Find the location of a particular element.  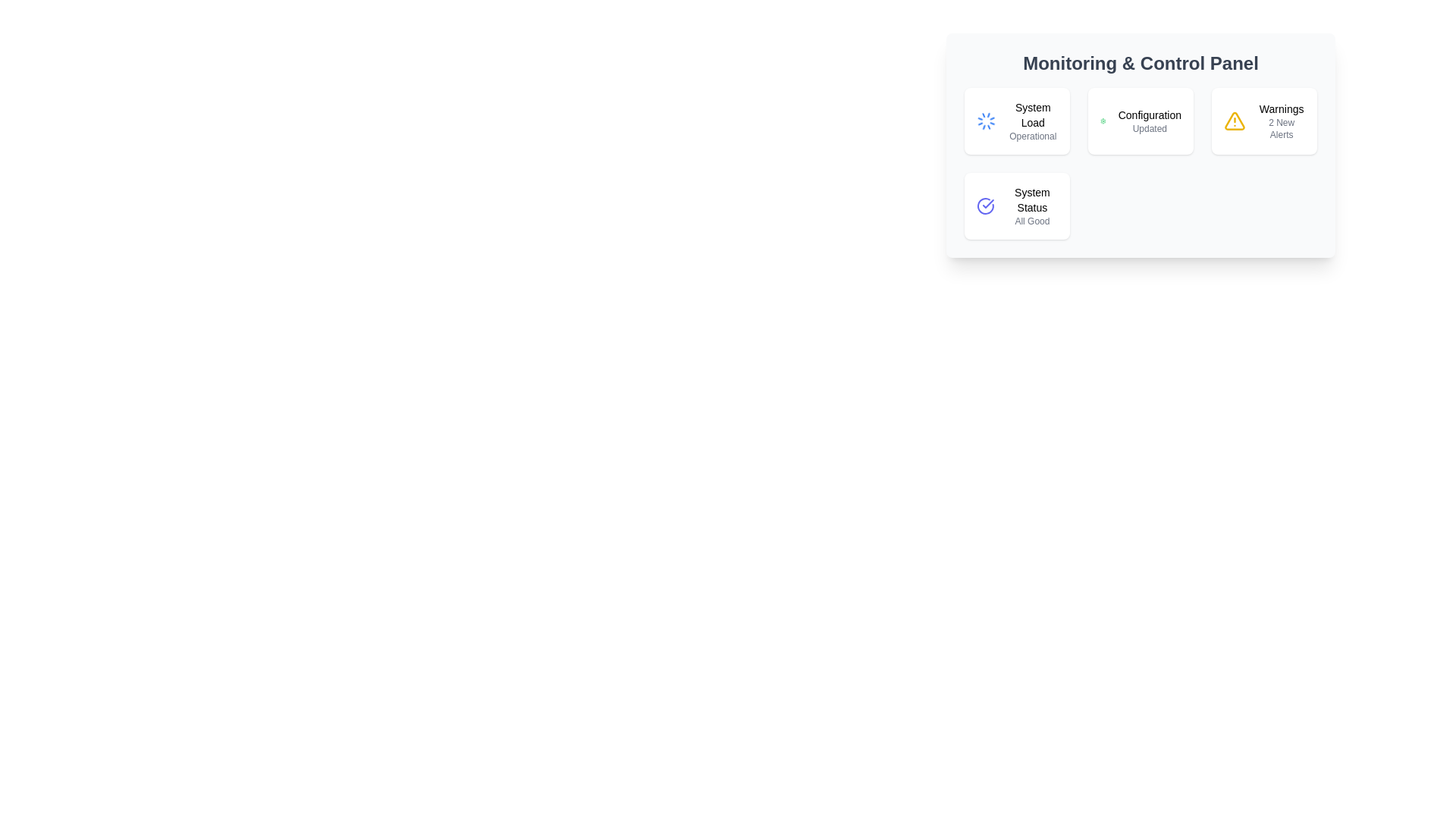

the spinning loader icon, which is styled as a circular animation with blue strokes and located to the left of the text 'System Load Operational' in the 'Monitoring & Control Panel' section is located at coordinates (986, 120).